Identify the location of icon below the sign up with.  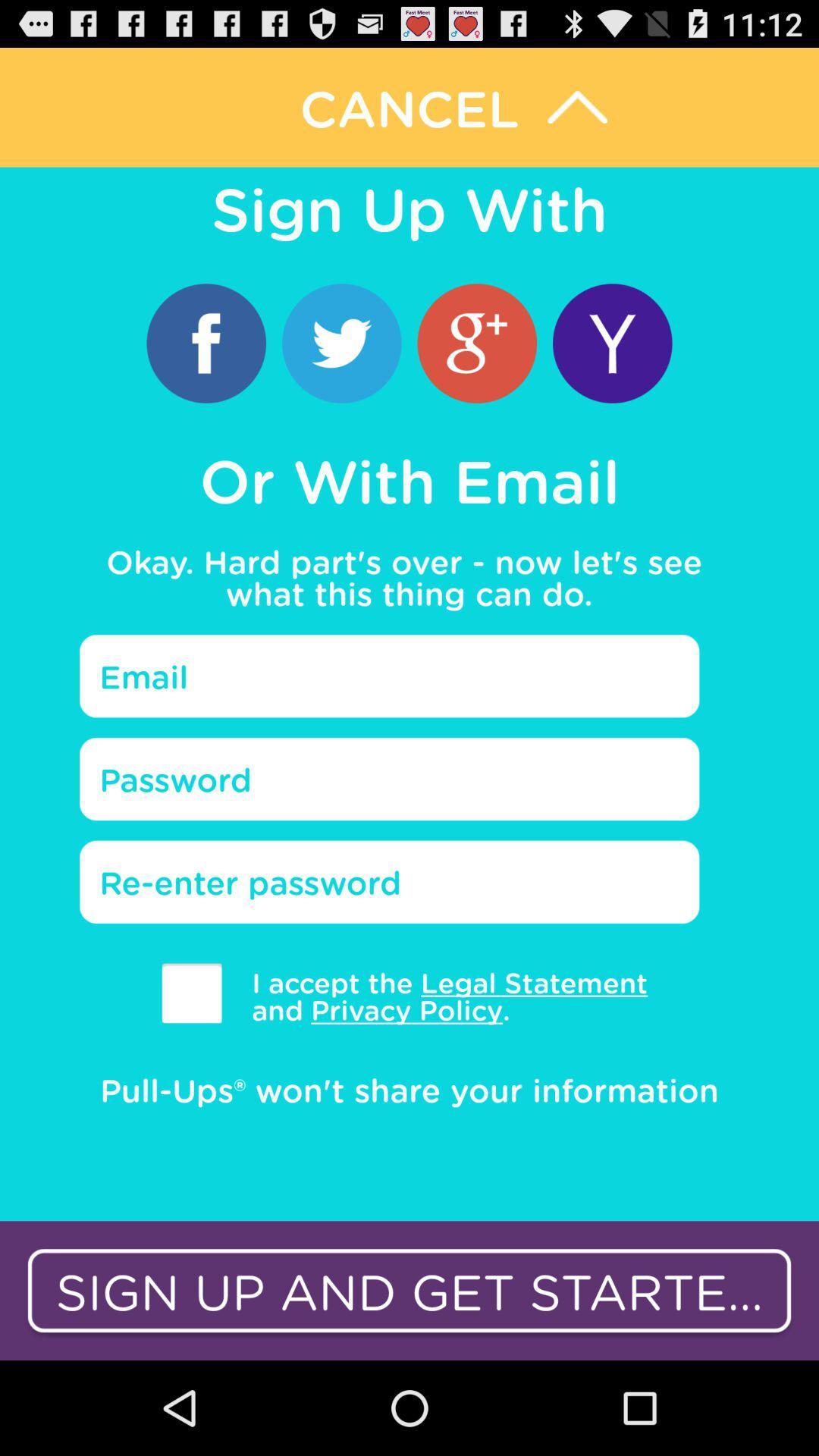
(206, 342).